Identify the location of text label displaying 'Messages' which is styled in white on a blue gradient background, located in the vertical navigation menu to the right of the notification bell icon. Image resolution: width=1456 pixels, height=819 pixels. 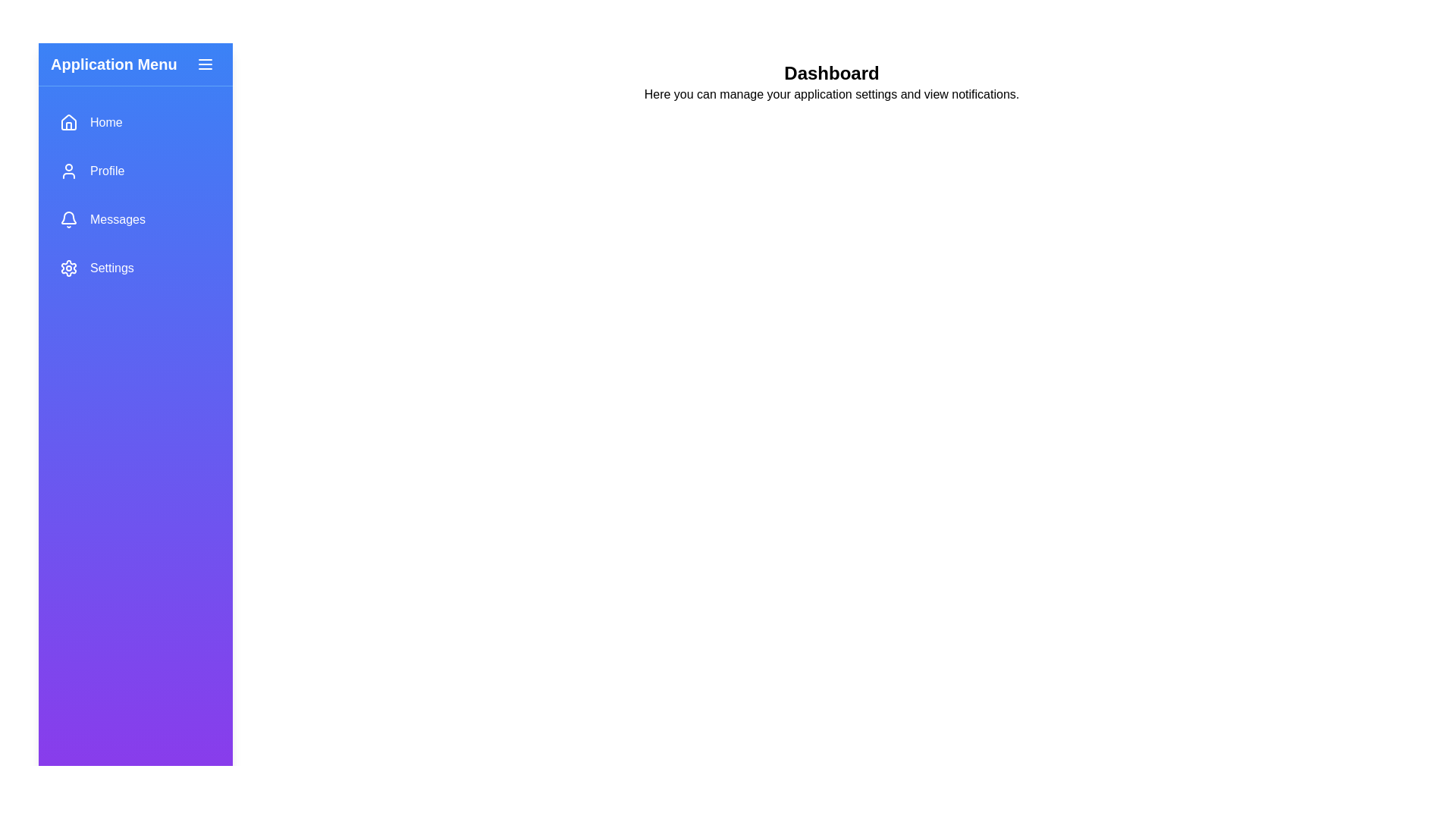
(117, 219).